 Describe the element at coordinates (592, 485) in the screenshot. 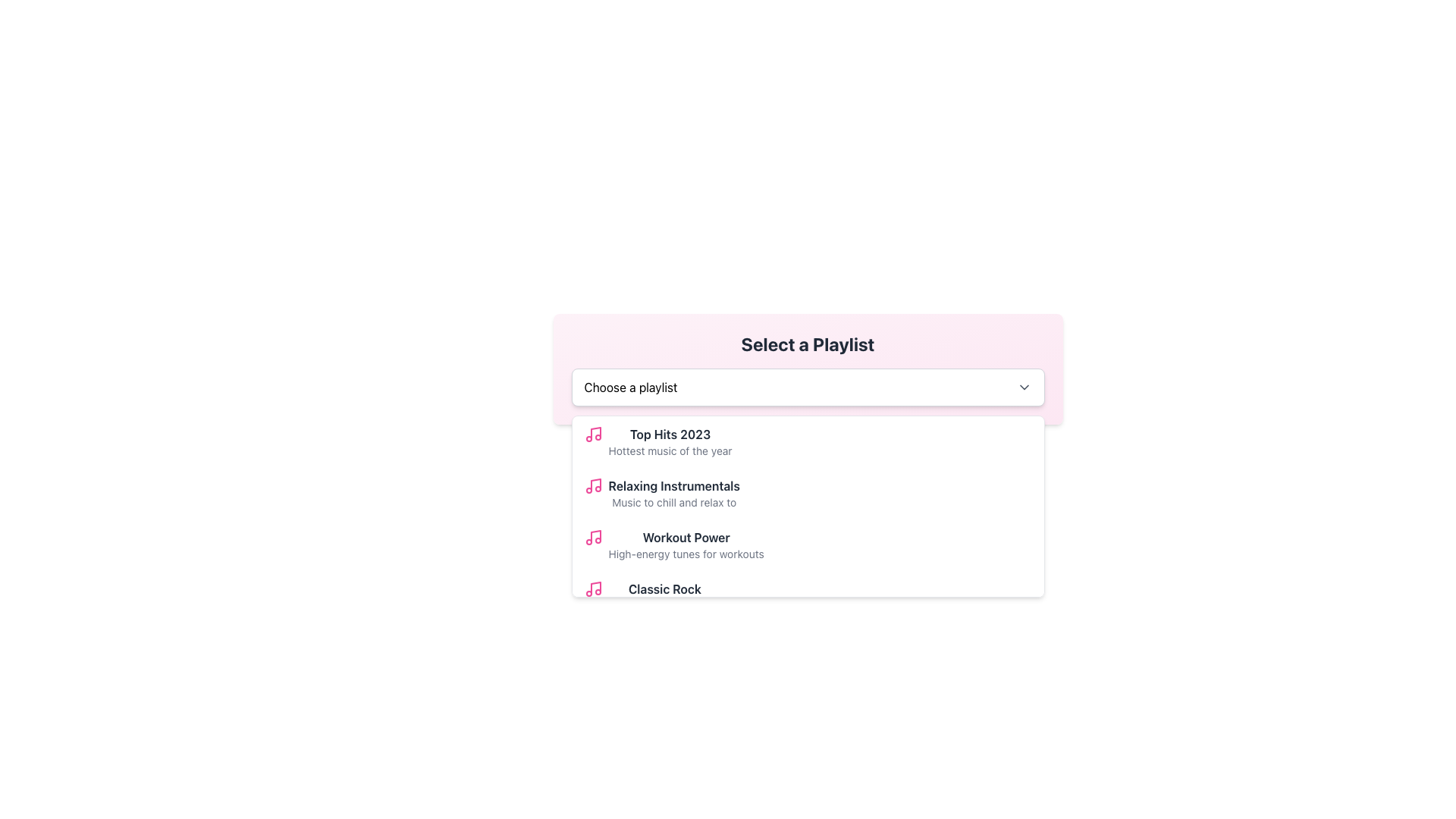

I see `the playlist icon representing 'Relaxing Instrumentals' located to the left of its text label in the dropdown menu under 'Select a Playlist'` at that location.